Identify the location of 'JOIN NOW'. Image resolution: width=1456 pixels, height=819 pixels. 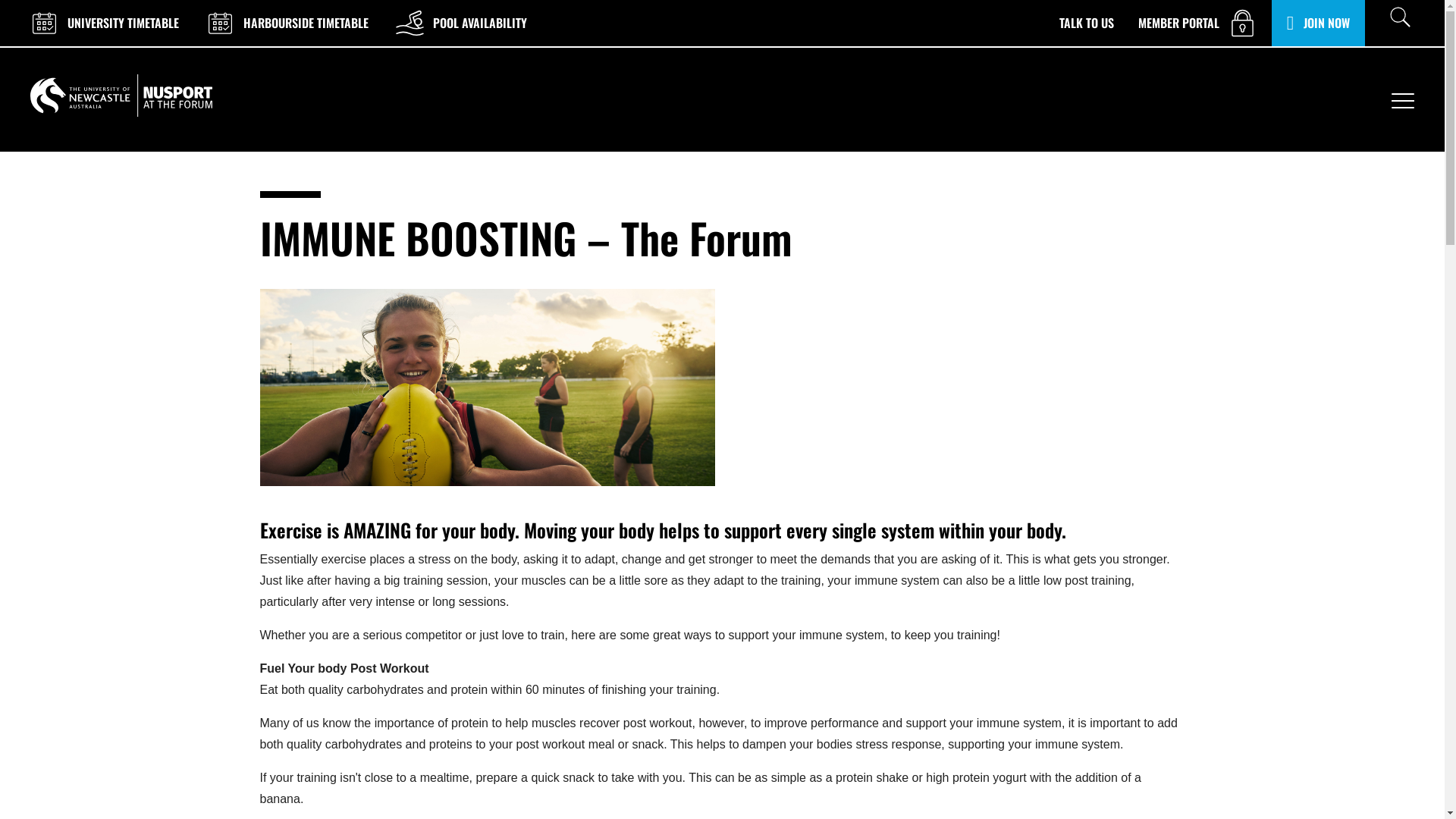
(1286, 23).